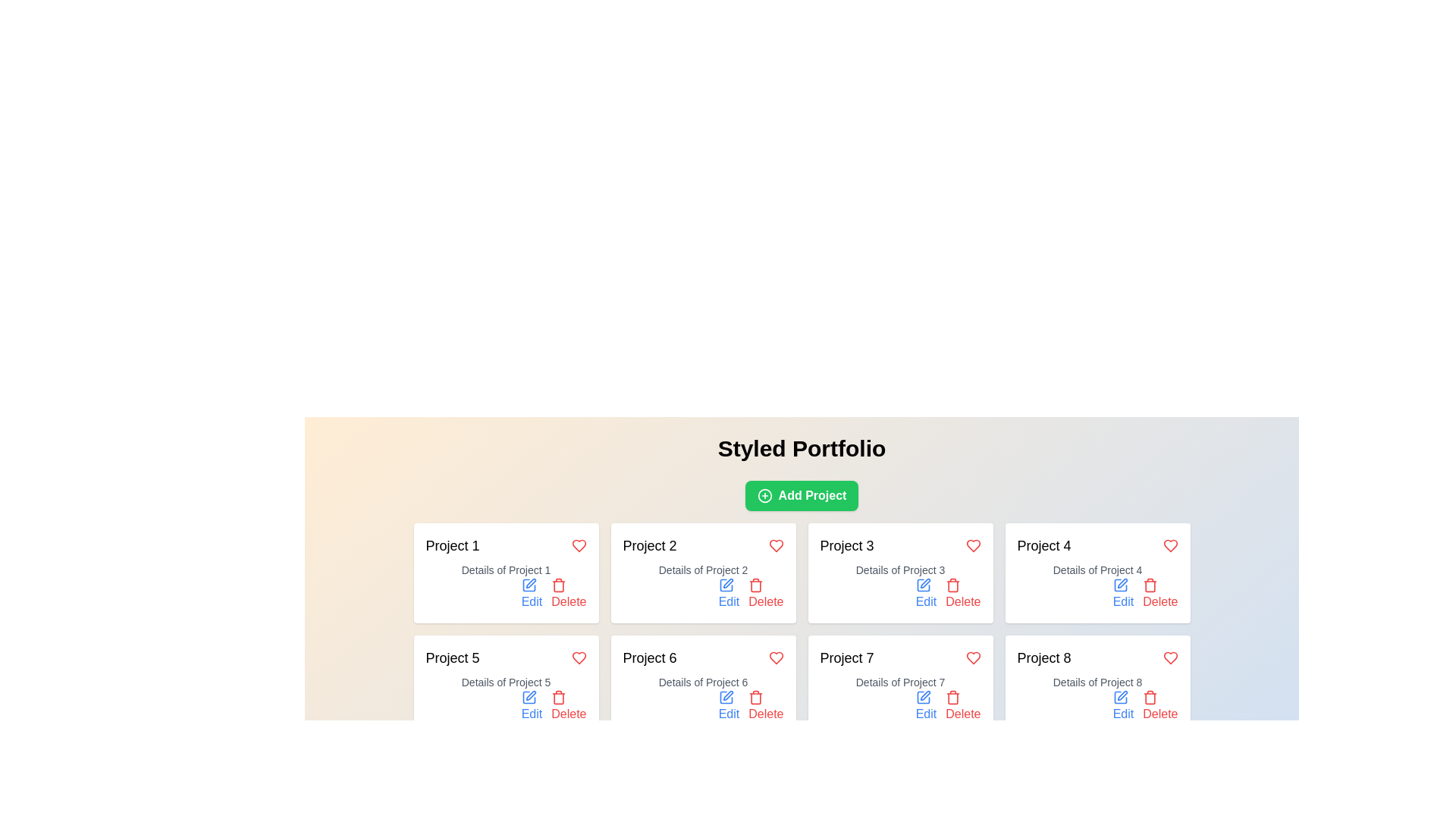 The height and width of the screenshot is (819, 1456). I want to click on the favorite button located at the top-right corner of the 'Project 4' card to observe the hover effect, so click(1169, 546).